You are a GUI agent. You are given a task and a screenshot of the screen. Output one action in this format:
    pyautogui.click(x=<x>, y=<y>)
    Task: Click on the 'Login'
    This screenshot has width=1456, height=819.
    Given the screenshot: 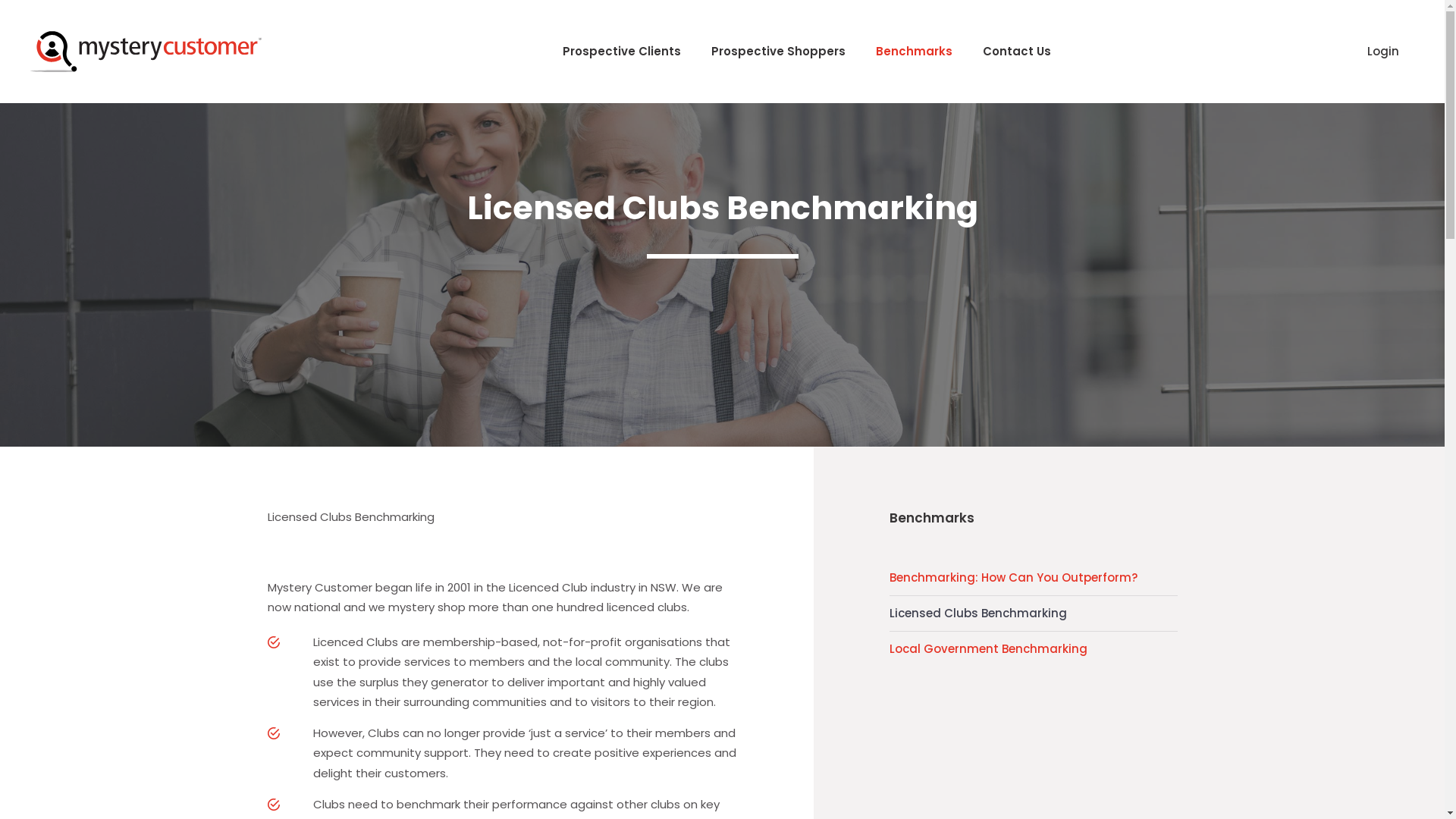 What is the action you would take?
    pyautogui.click(x=1351, y=51)
    